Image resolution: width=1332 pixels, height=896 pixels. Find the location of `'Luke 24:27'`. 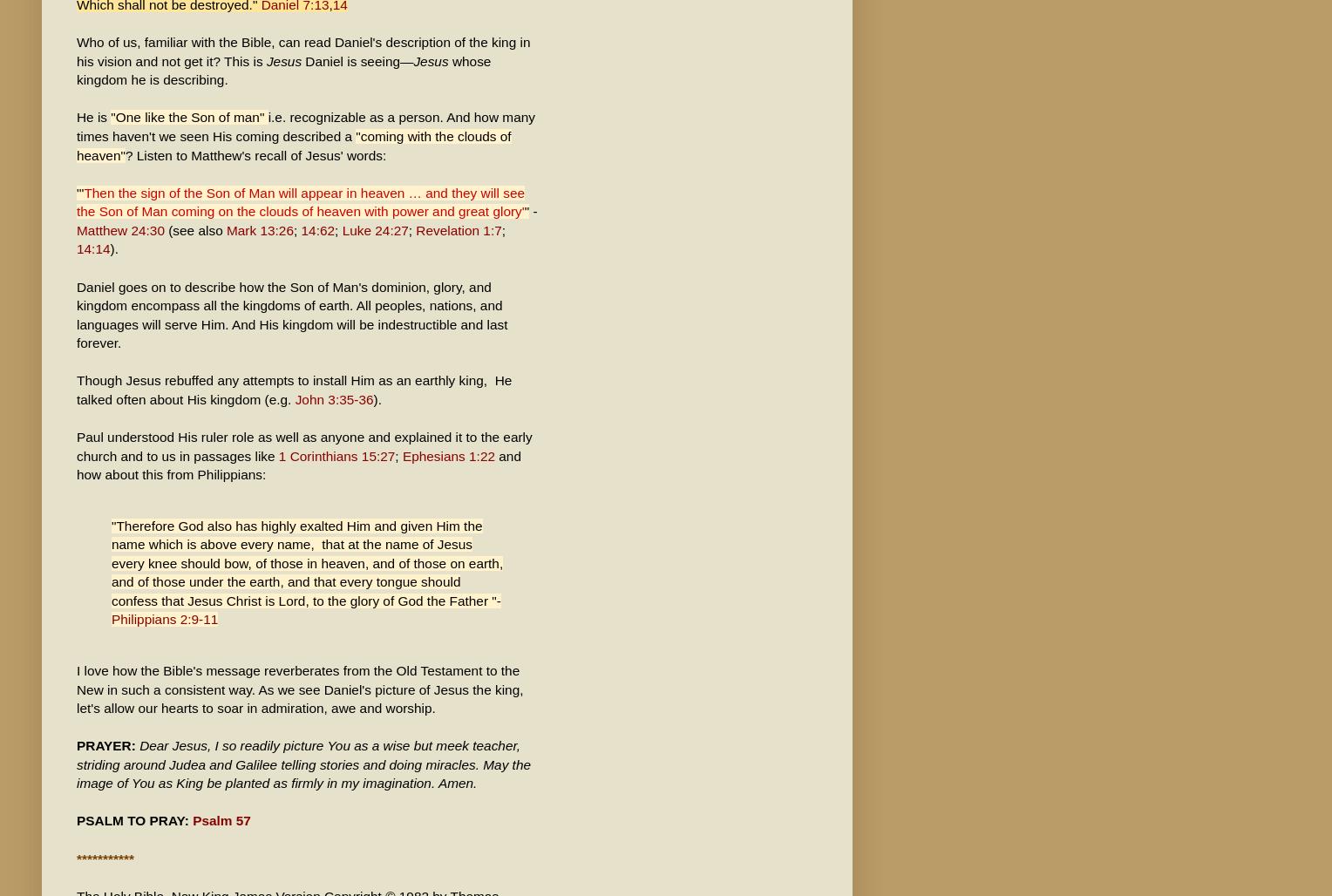

'Luke 24:27' is located at coordinates (374, 229).